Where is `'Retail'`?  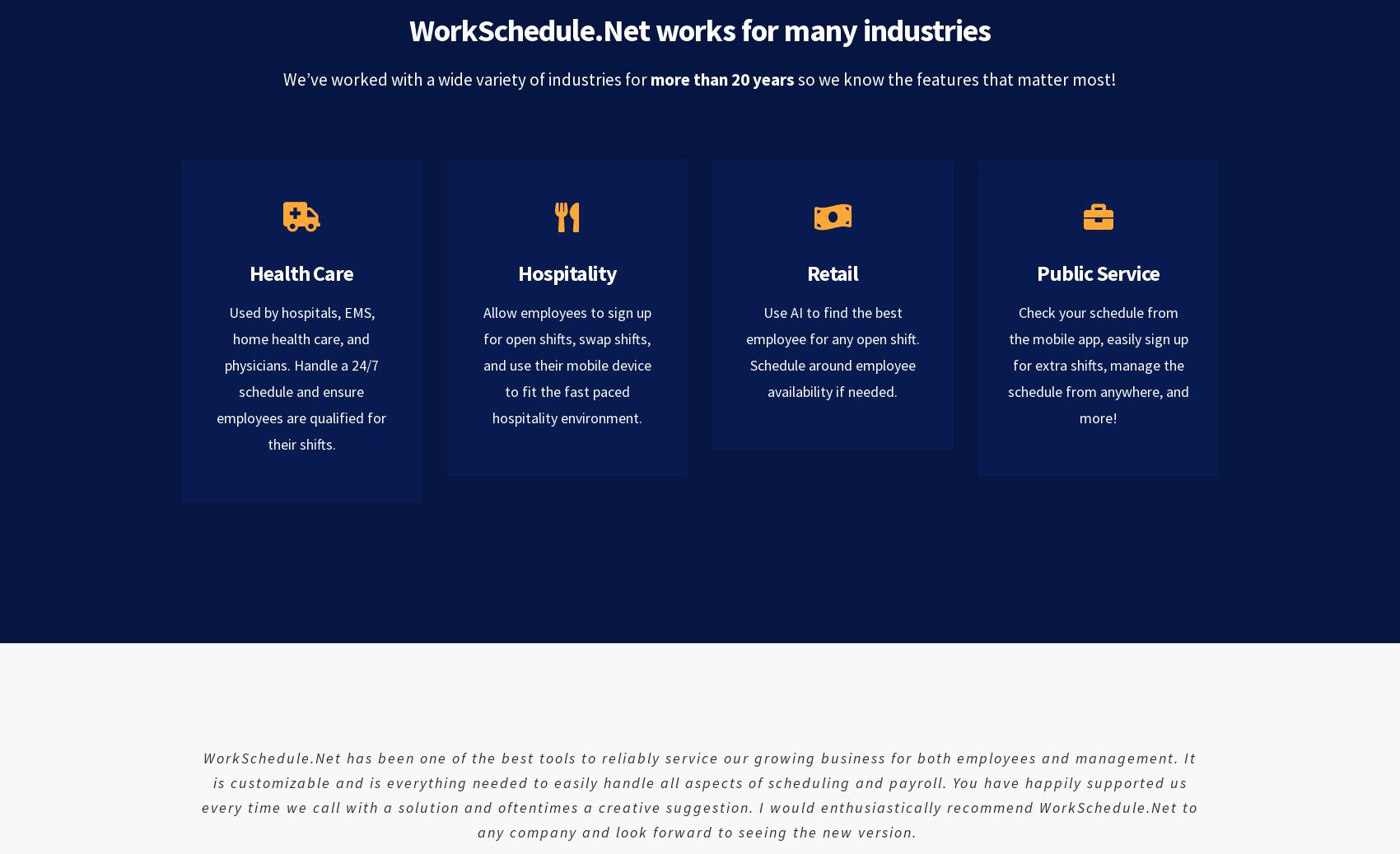 'Retail' is located at coordinates (831, 272).